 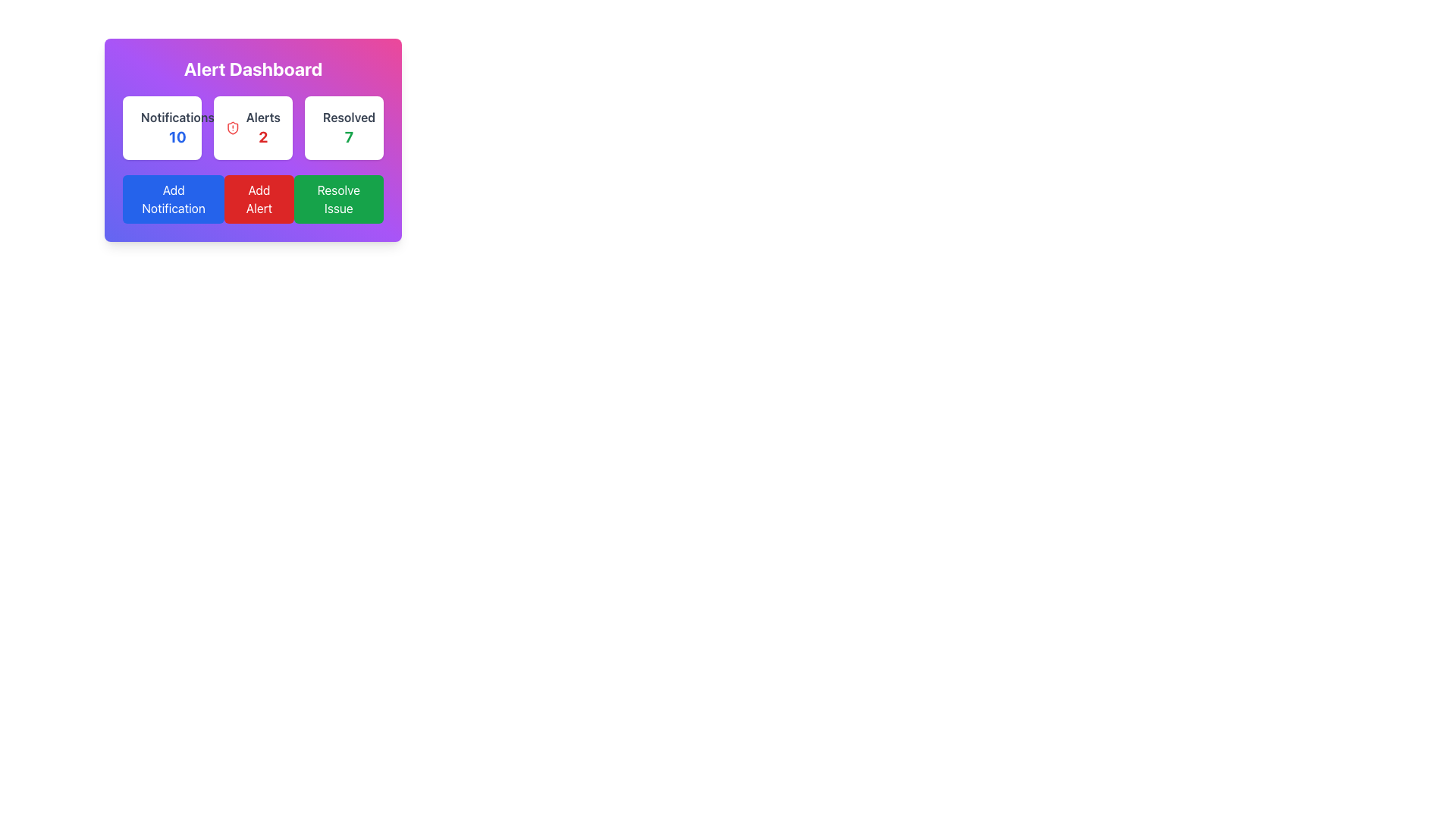 What do you see at coordinates (177, 127) in the screenshot?
I see `the 'Notifications' text display element that shows the number '10' in the leftmost card of the 'Alert Dashboard'` at bounding box center [177, 127].